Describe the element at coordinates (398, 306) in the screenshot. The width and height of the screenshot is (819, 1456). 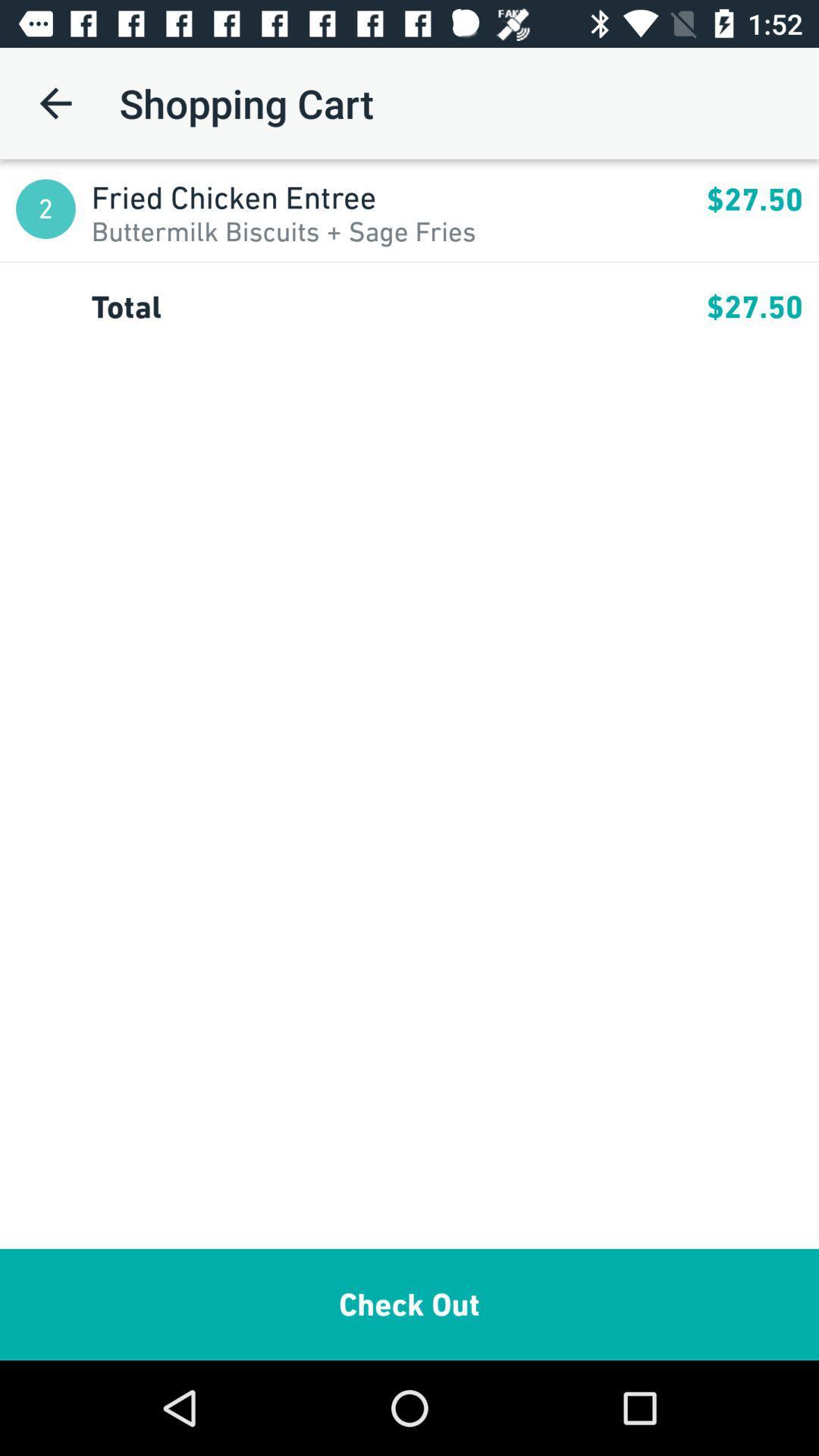
I see `app above the check out item` at that location.